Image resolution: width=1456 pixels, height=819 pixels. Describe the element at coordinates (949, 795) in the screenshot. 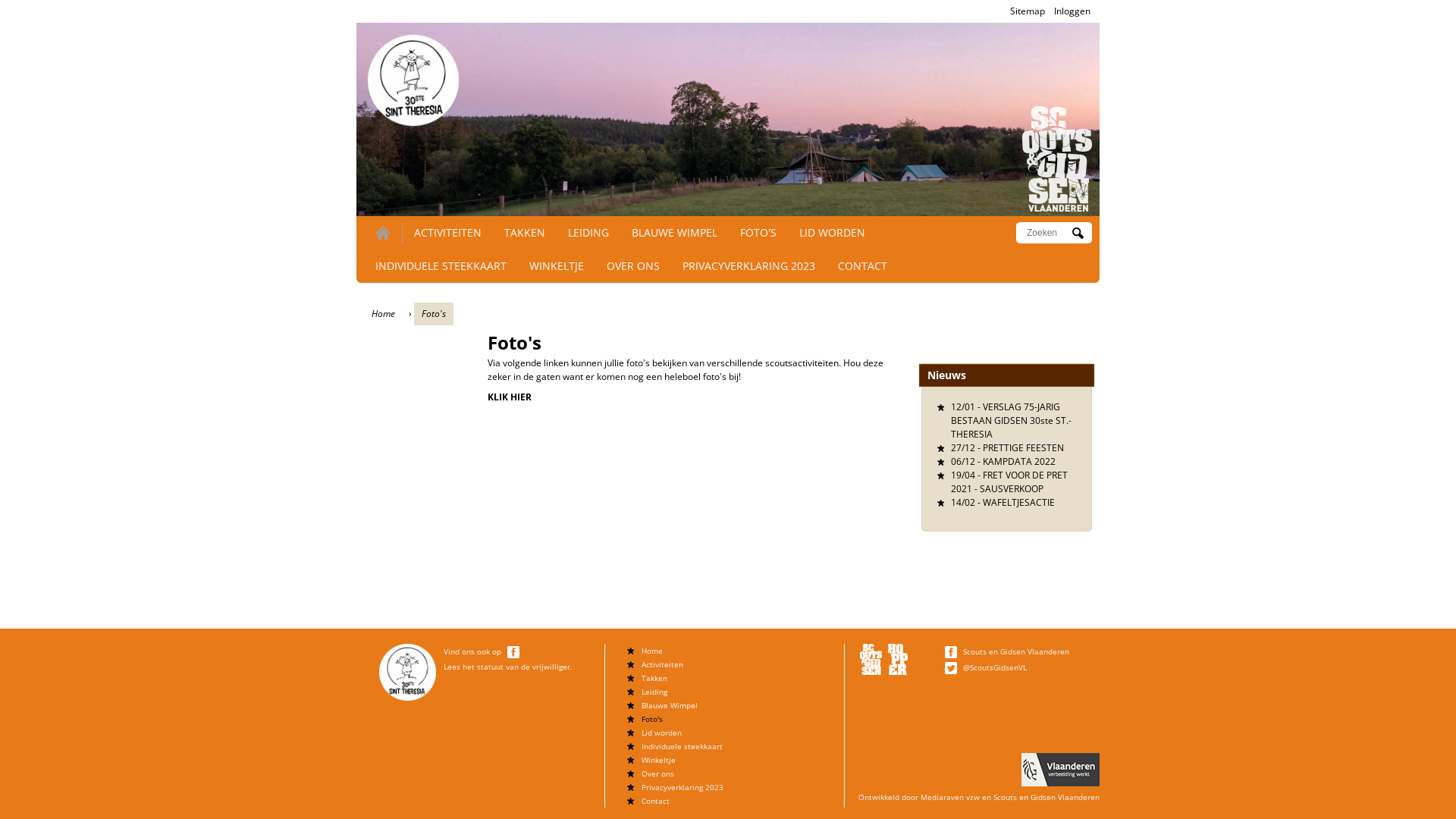

I see `'Mediaraven vzw'` at that location.